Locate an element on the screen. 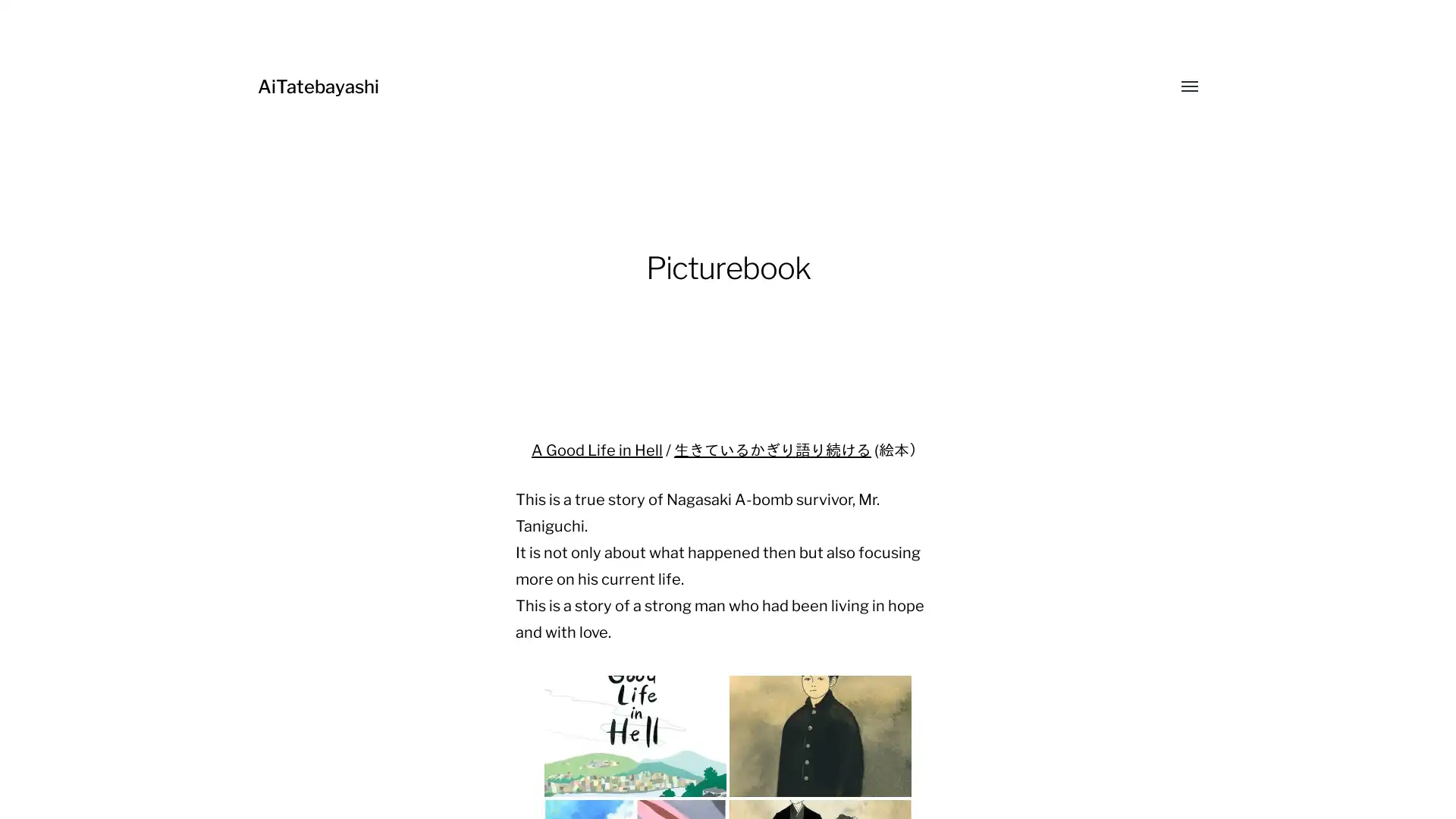 Image resolution: width=1456 pixels, height=819 pixels. Toggle menu is located at coordinates (1178, 86).